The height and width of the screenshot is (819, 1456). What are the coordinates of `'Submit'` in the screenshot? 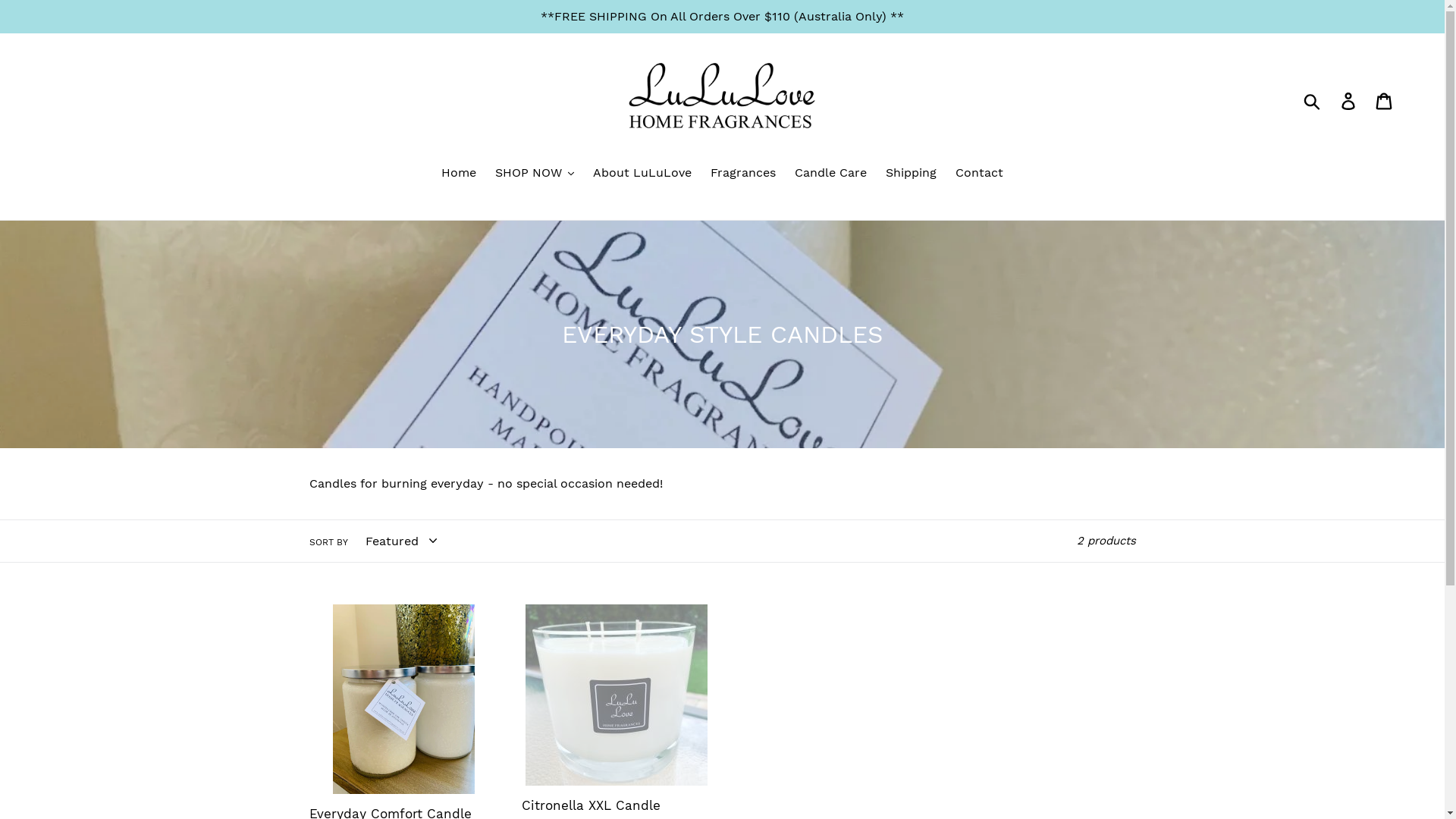 It's located at (1312, 99).